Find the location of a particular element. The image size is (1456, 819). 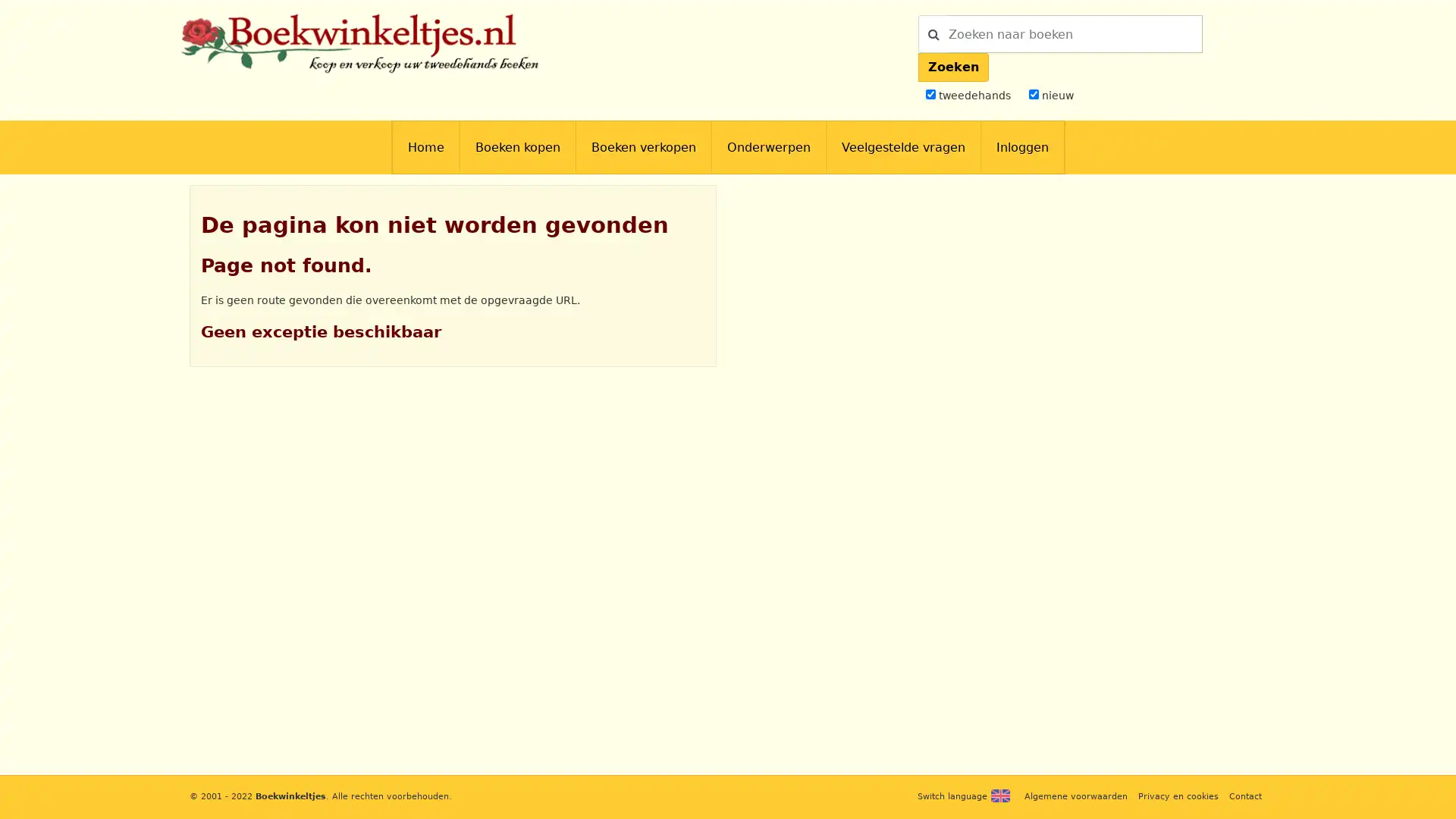

Zoeken is located at coordinates (952, 66).